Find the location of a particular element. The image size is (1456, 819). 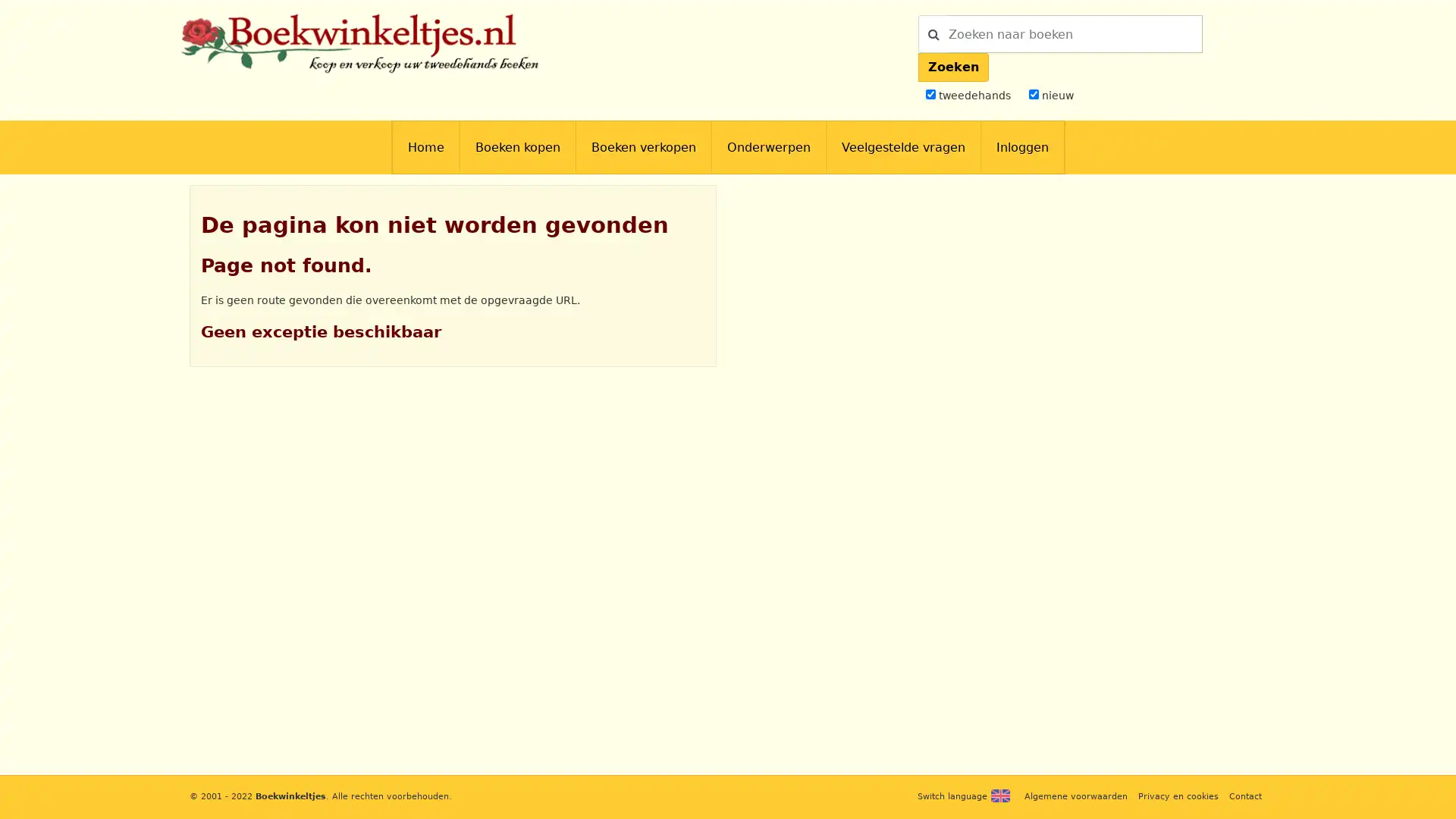

Zoeken is located at coordinates (952, 66).